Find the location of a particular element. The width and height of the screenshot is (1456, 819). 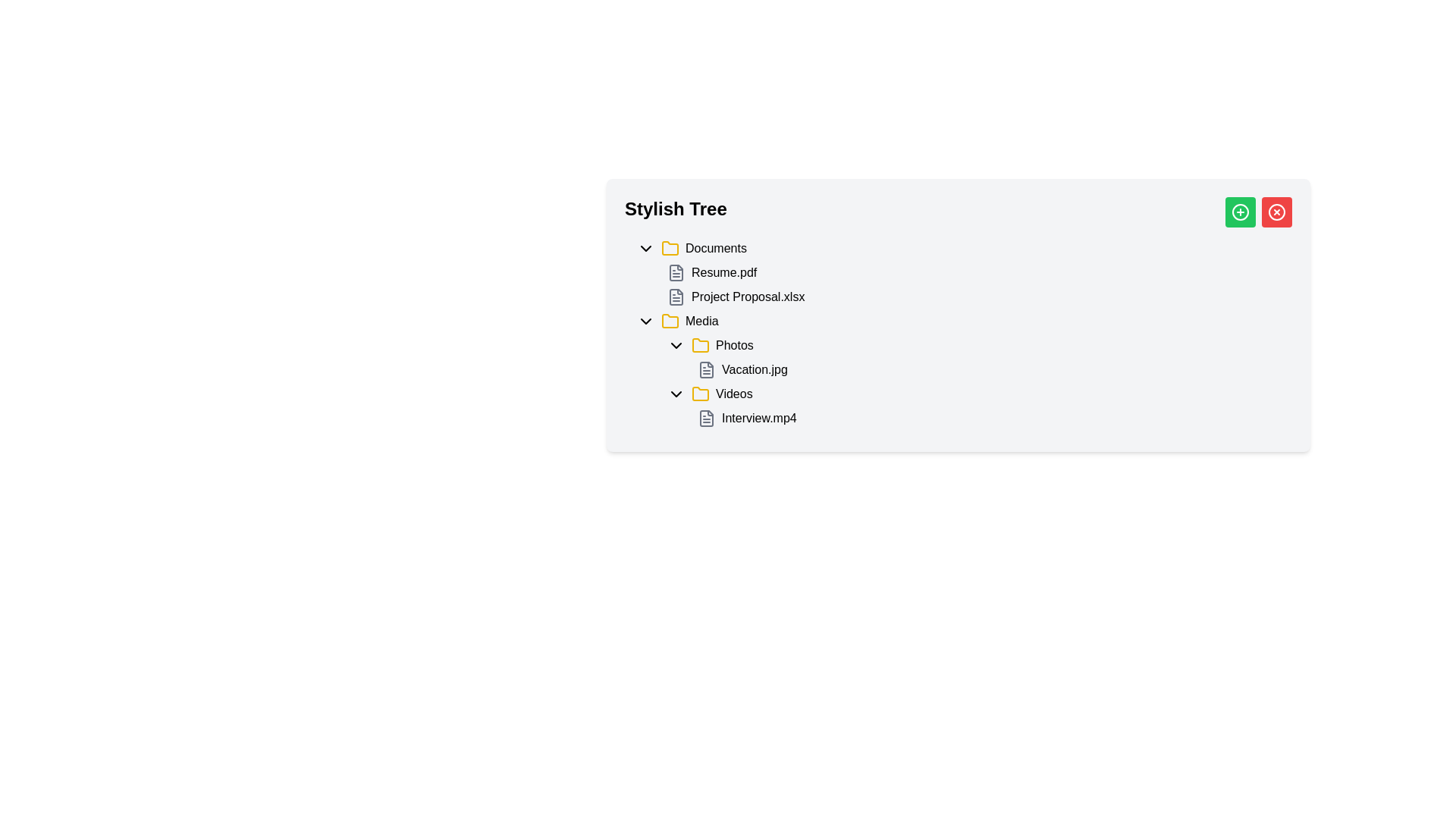

the Text label for the file named 'Vacation.jpg' located under the 'Photos' folder in the tree navigation system is located at coordinates (755, 370).